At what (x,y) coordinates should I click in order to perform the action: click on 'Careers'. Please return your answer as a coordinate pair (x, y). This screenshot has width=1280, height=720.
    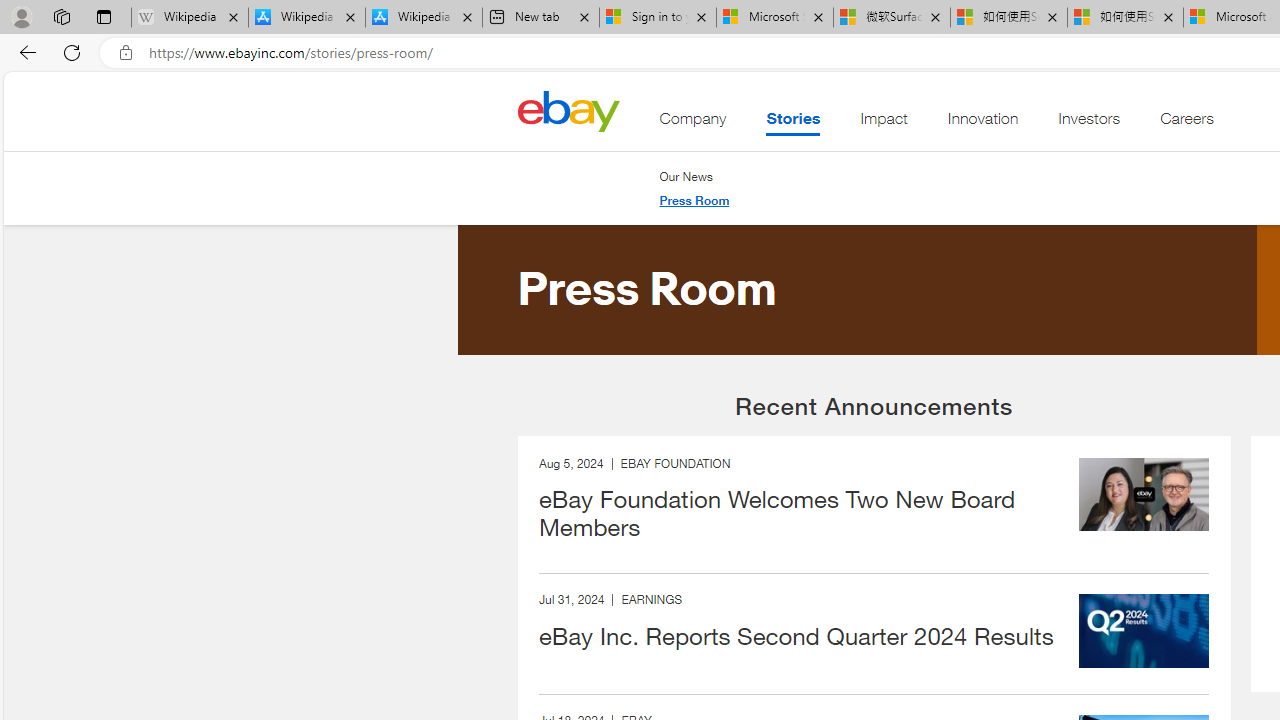
    Looking at the image, I should click on (1186, 123).